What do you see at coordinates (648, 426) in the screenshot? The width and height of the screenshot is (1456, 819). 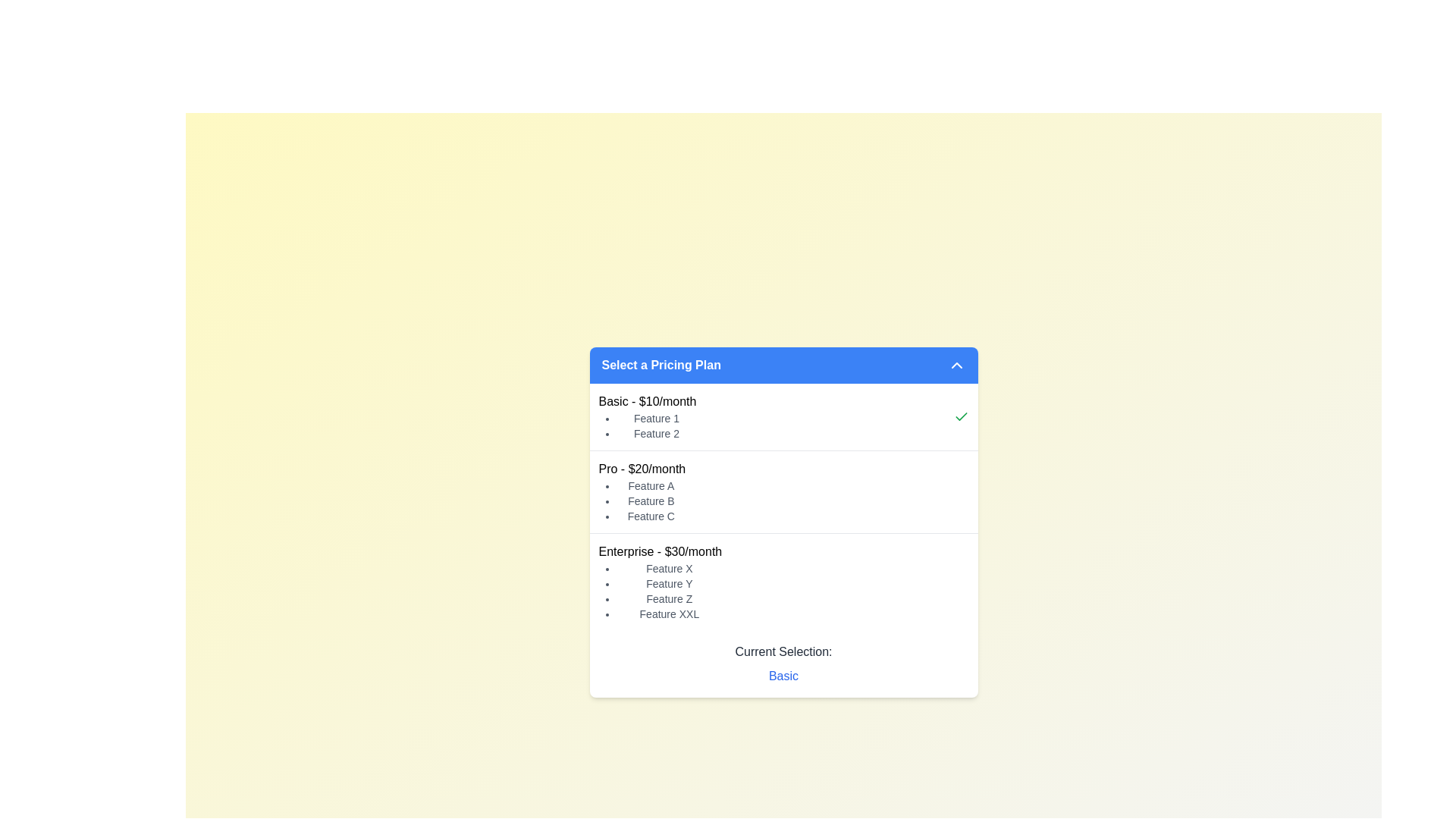 I see `the unordered list displaying 'Feature 1' and 'Feature 2' located below the 'Basic - $10/month' text in the pricing options section` at bounding box center [648, 426].